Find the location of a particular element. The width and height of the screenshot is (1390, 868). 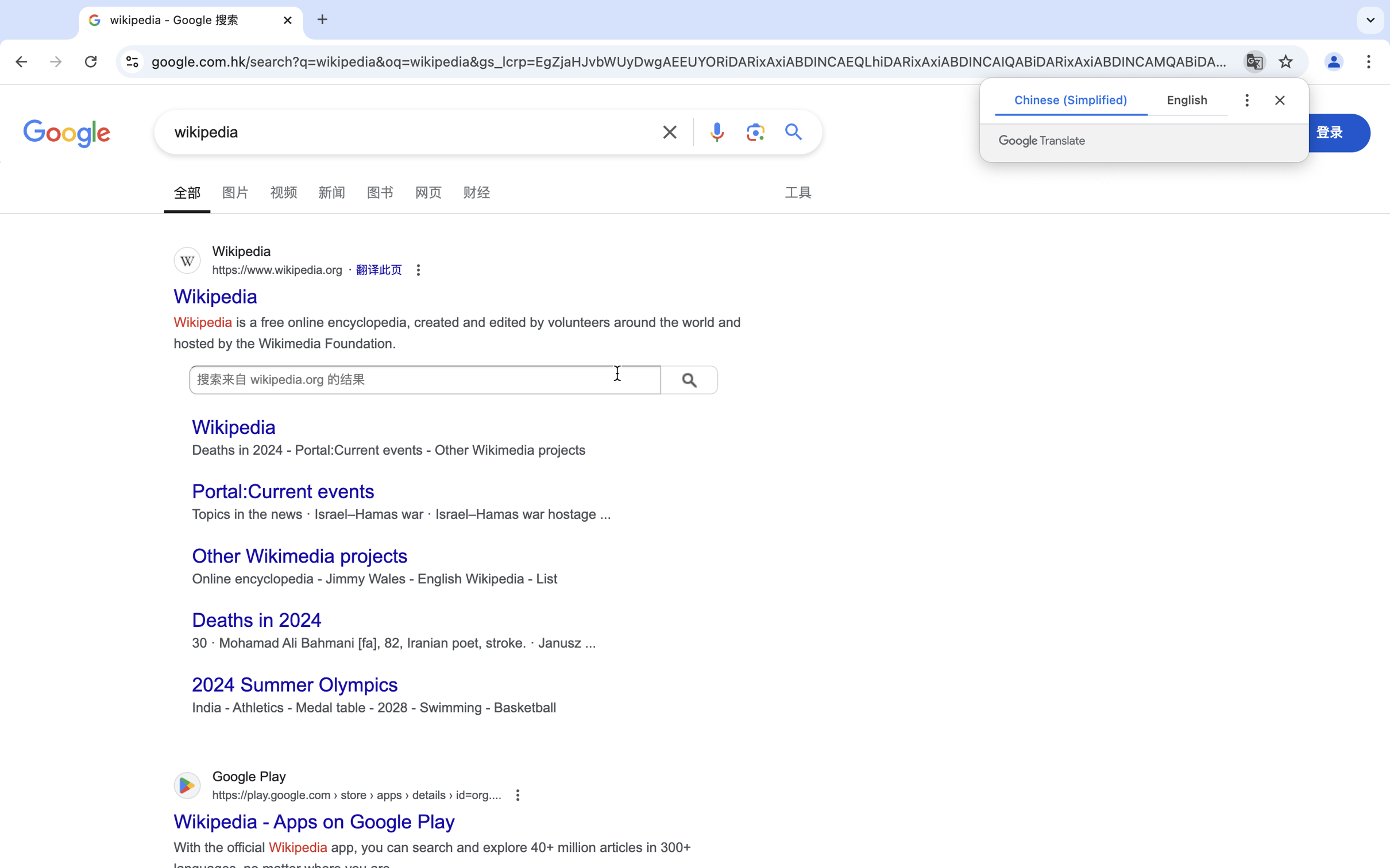

'登录' is located at coordinates (1330, 131).